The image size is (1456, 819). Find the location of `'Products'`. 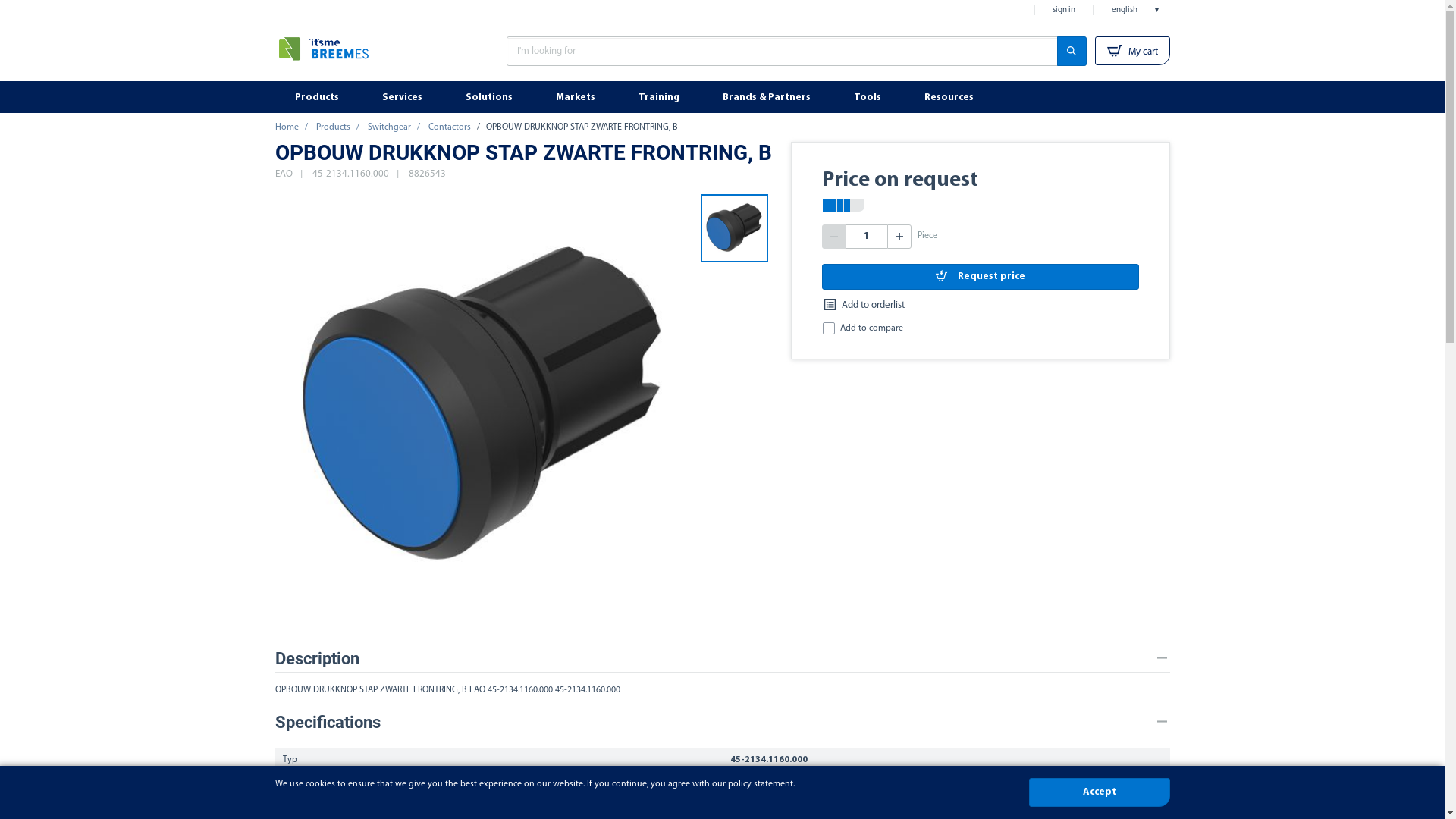

'Products' is located at coordinates (317, 96).